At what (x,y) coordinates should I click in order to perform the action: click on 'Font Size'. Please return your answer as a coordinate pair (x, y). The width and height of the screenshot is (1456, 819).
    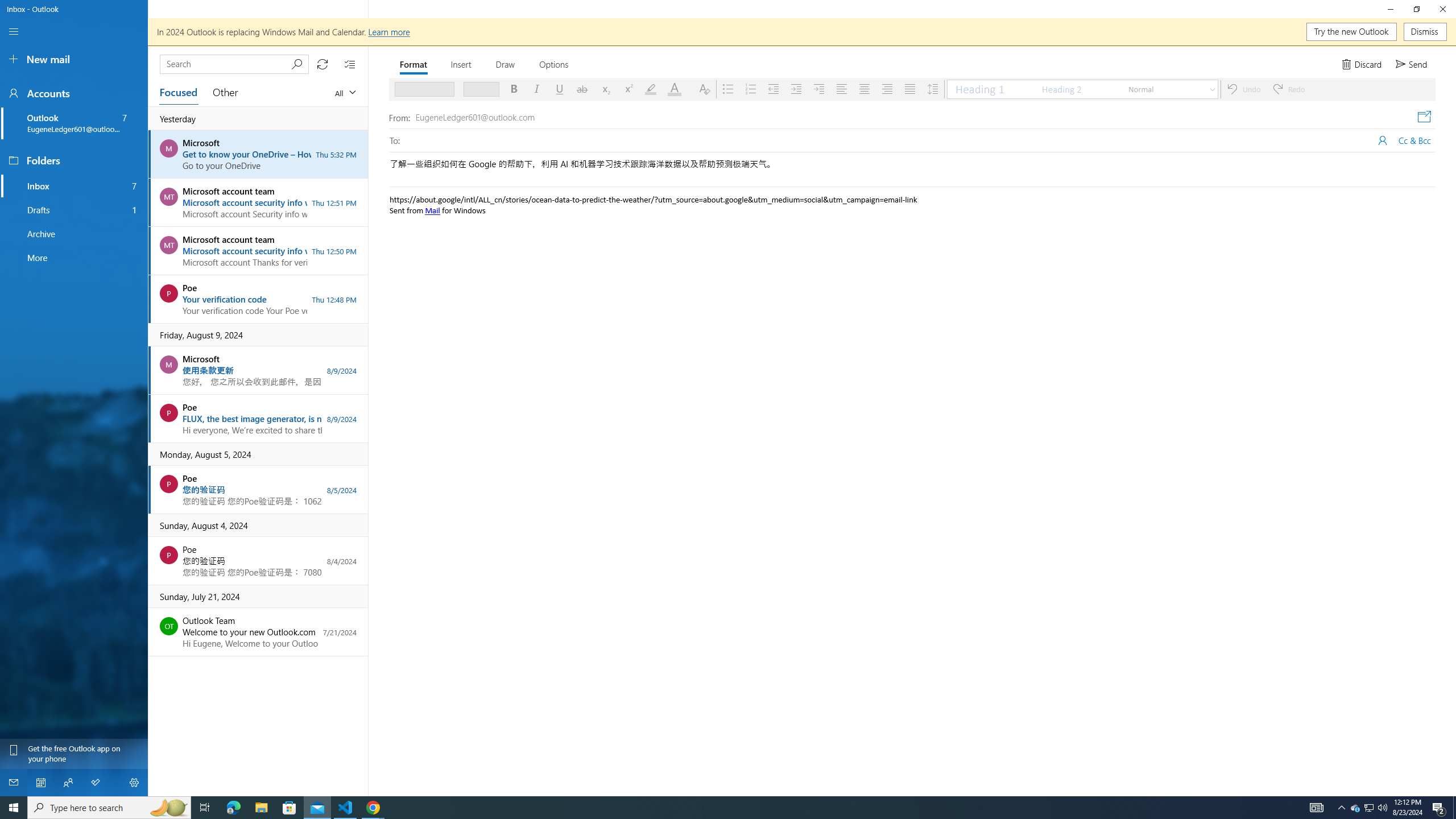
    Looking at the image, I should click on (477, 89).